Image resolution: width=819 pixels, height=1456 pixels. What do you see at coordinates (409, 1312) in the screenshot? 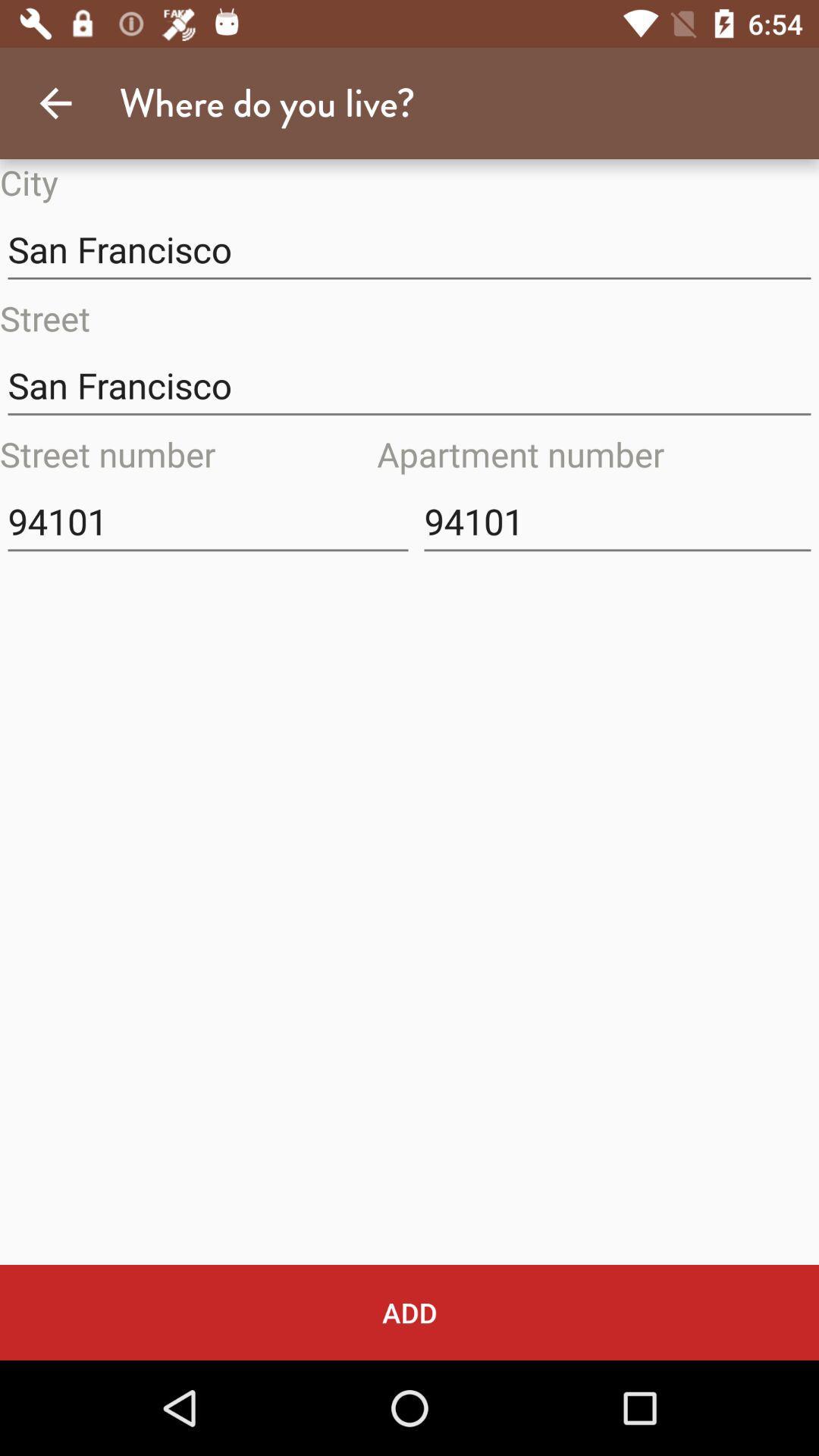
I see `the add` at bounding box center [409, 1312].